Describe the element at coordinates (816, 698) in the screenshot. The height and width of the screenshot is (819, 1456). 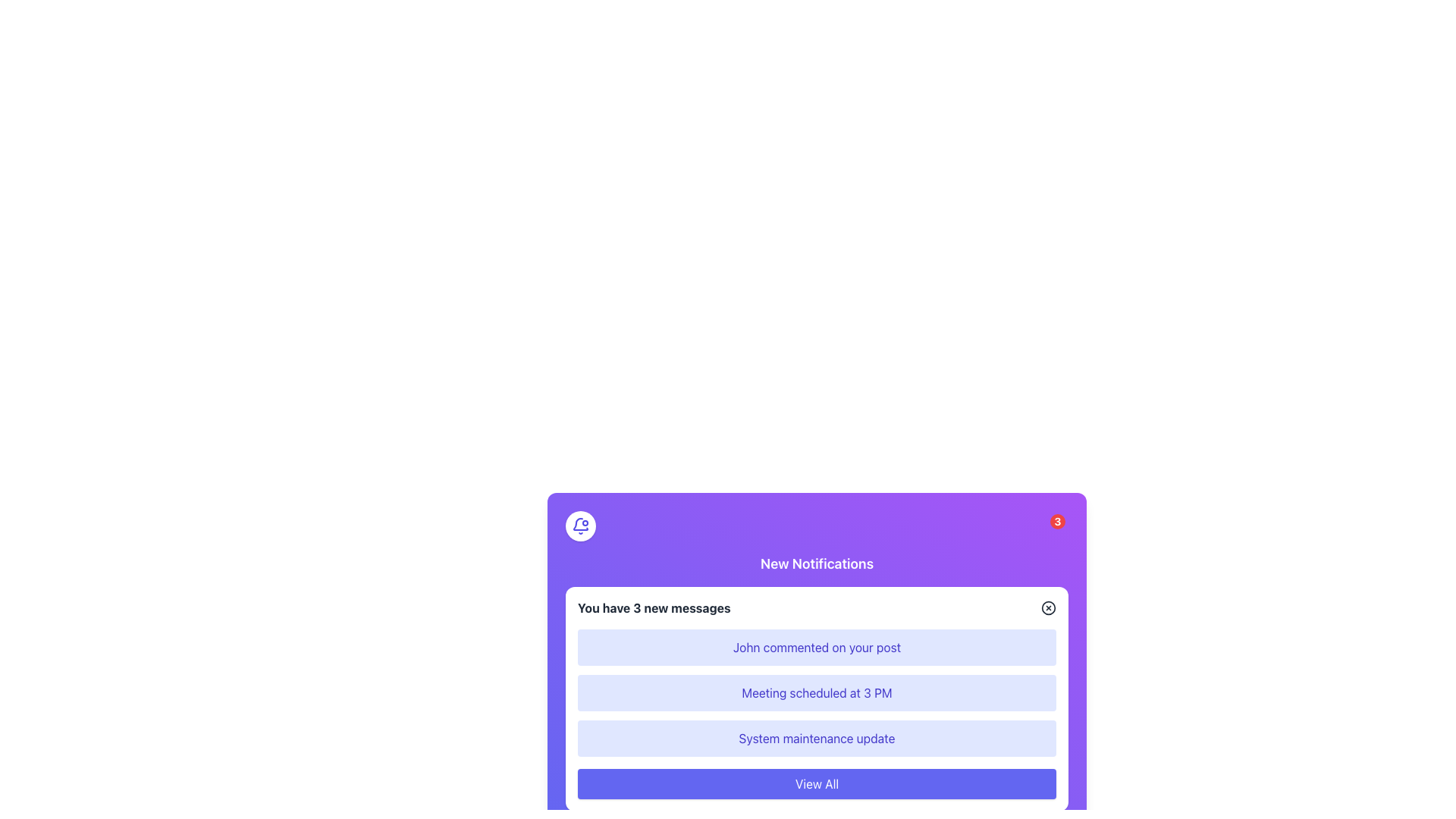
I see `the Text Description Box that displays notification content regarding a scheduled meeting at 3 PM` at that location.